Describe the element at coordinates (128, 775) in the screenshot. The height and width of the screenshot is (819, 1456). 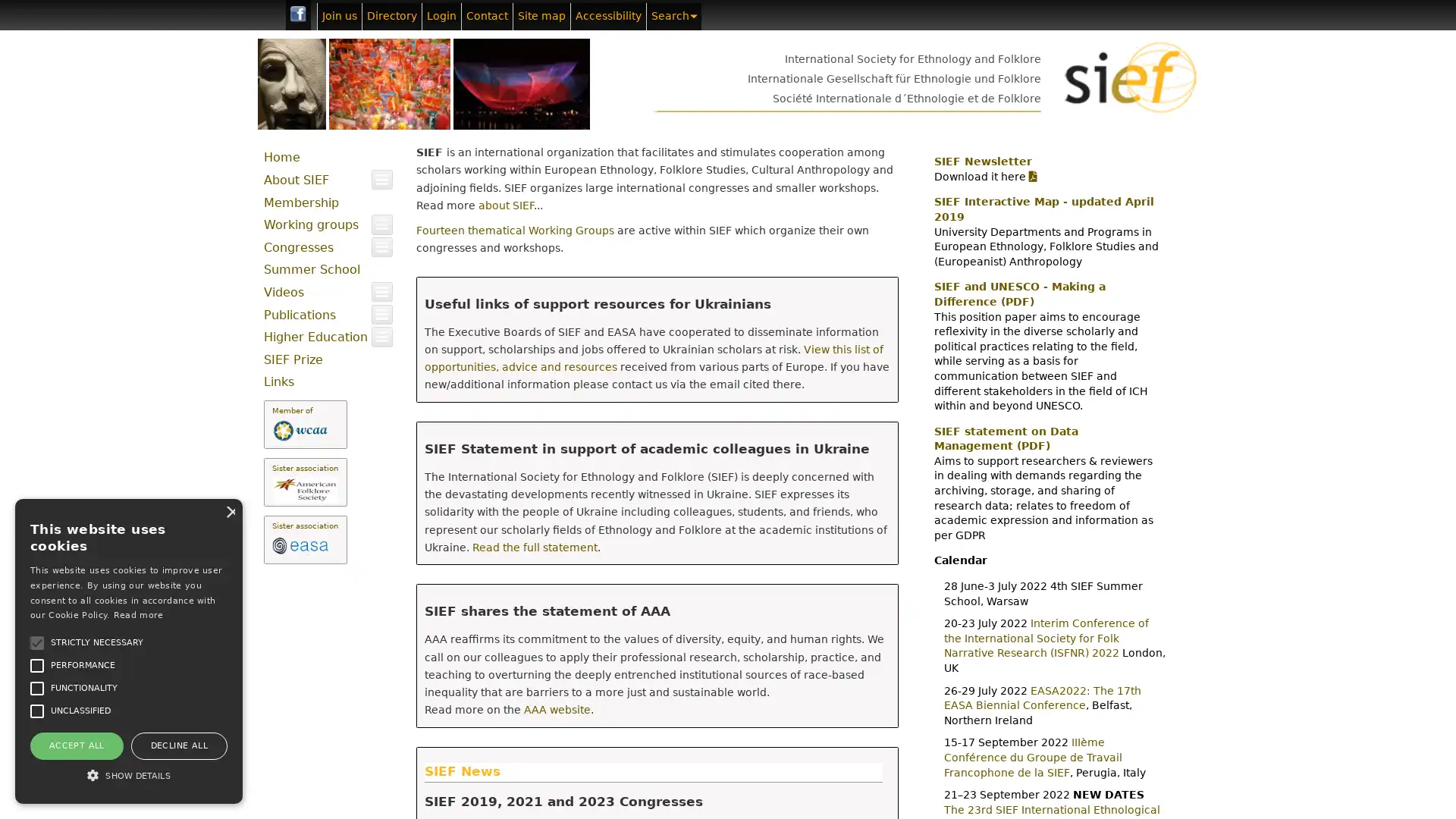
I see `SHOW DETAILS` at that location.